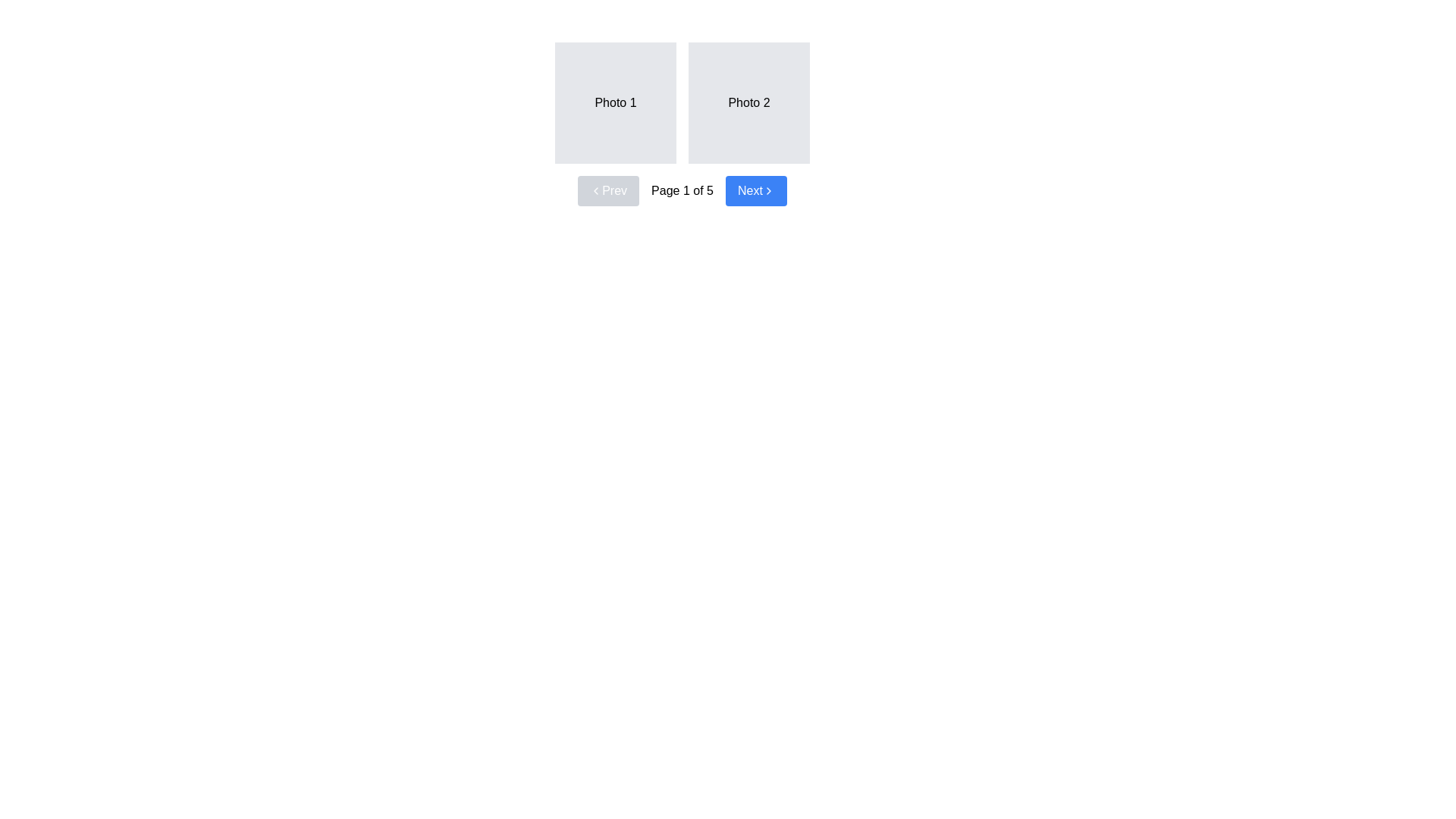 This screenshot has width=1456, height=819. What do you see at coordinates (756, 190) in the screenshot?
I see `the 'Next' button with a blue background and white text labeled 'Next'` at bounding box center [756, 190].